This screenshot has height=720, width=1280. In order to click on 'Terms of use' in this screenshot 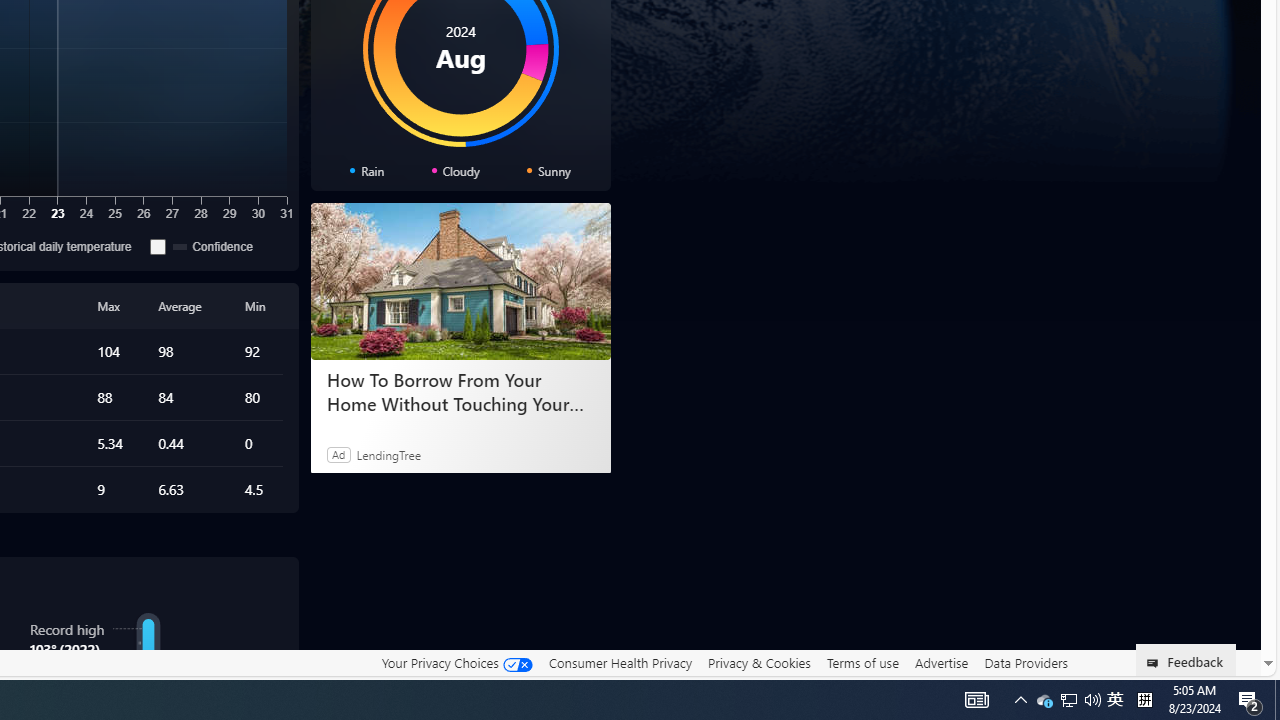, I will do `click(862, 663)`.